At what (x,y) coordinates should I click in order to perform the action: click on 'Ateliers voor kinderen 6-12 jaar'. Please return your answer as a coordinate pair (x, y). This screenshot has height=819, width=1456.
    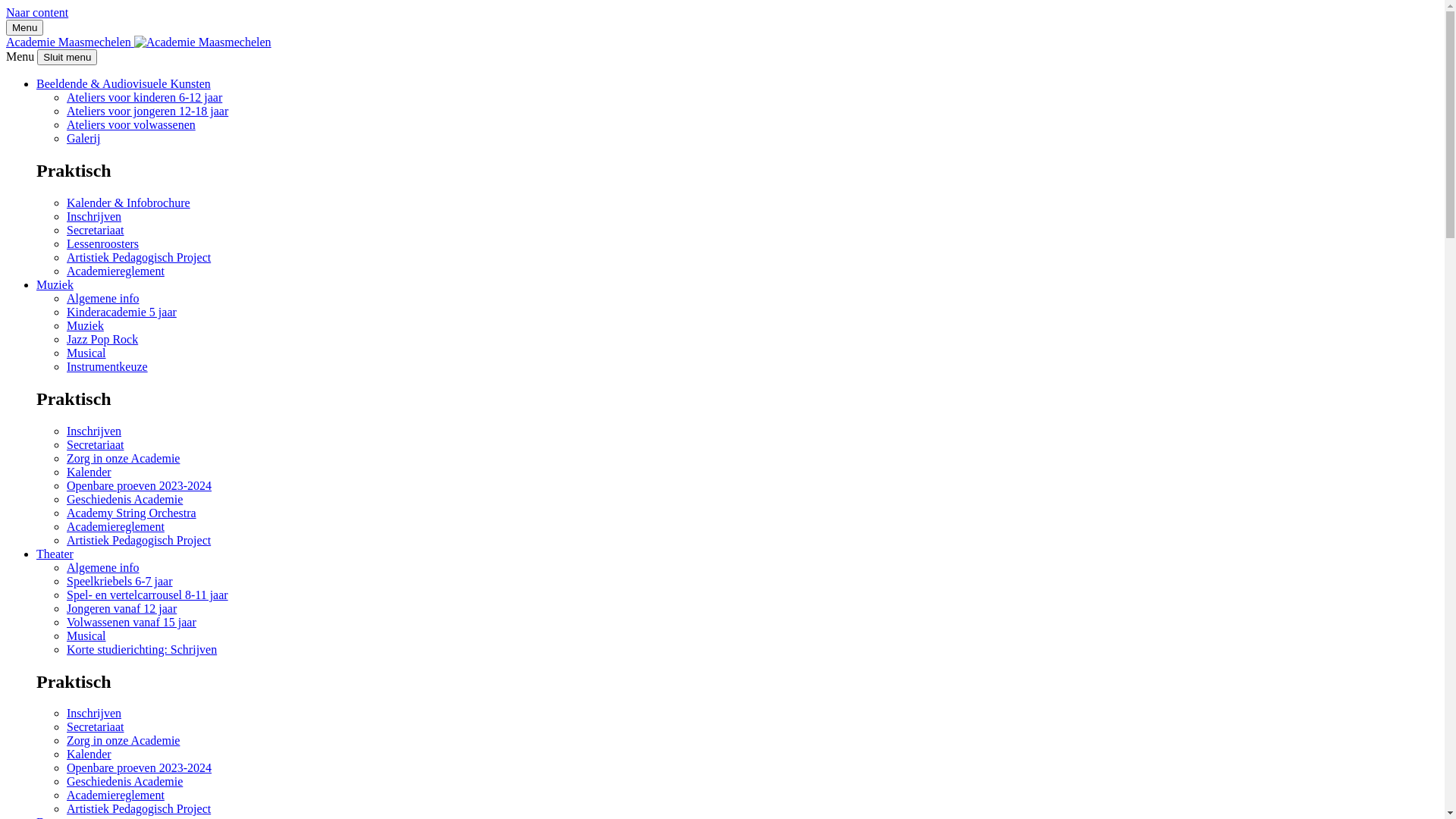
    Looking at the image, I should click on (144, 97).